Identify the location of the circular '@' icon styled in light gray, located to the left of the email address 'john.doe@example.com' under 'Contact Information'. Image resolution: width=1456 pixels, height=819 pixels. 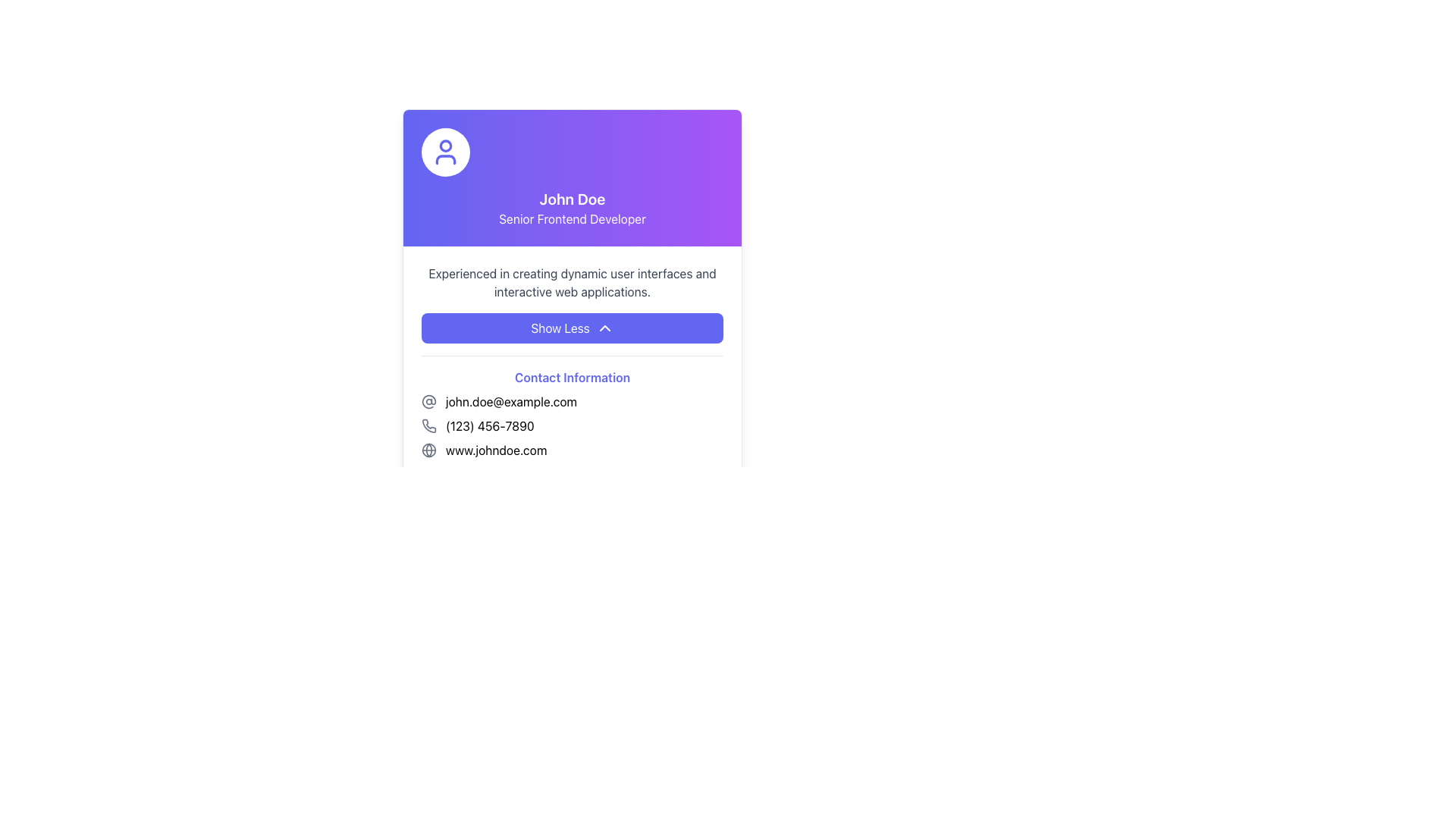
(428, 400).